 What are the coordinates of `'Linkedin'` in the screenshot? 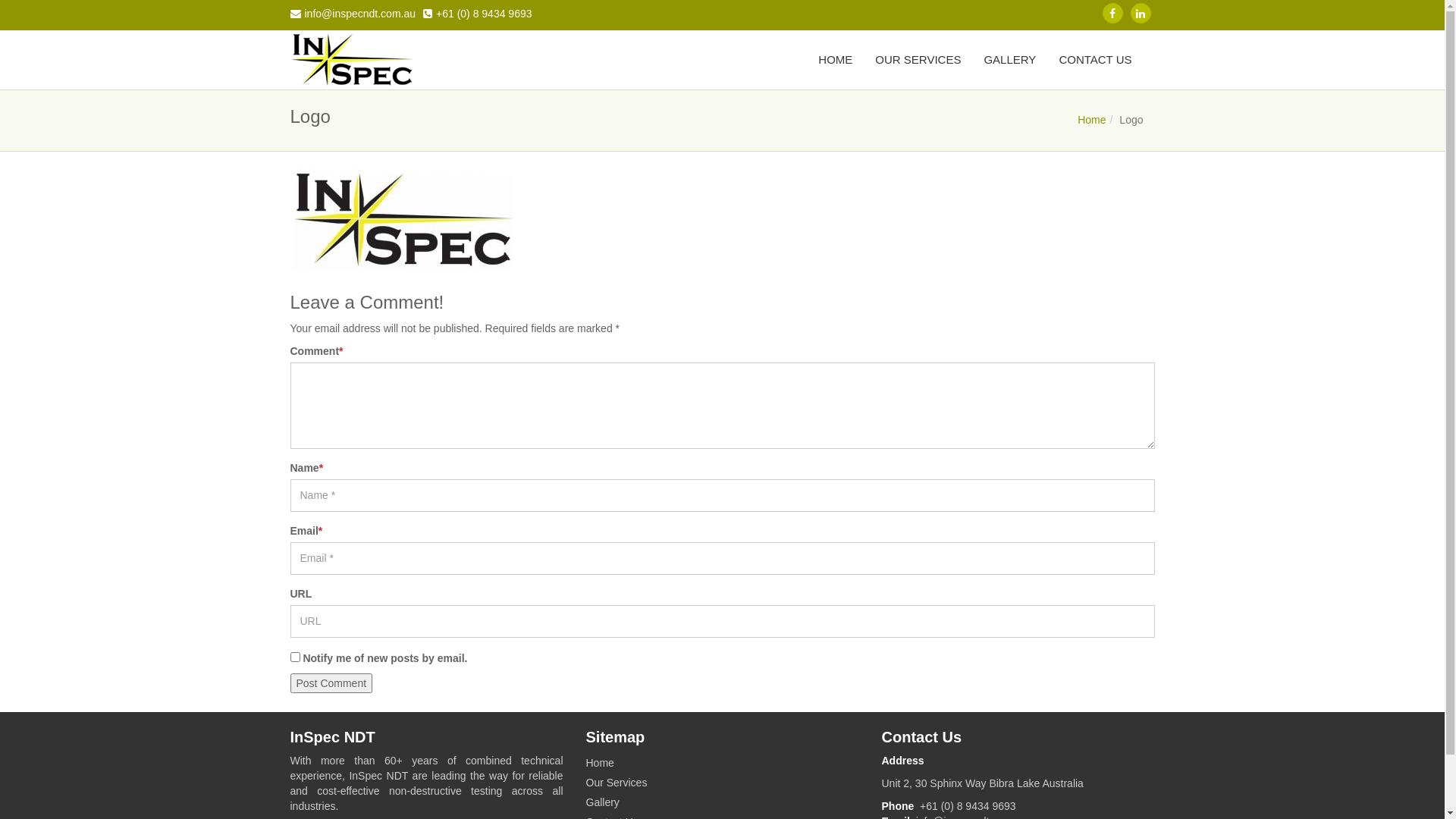 It's located at (1140, 13).